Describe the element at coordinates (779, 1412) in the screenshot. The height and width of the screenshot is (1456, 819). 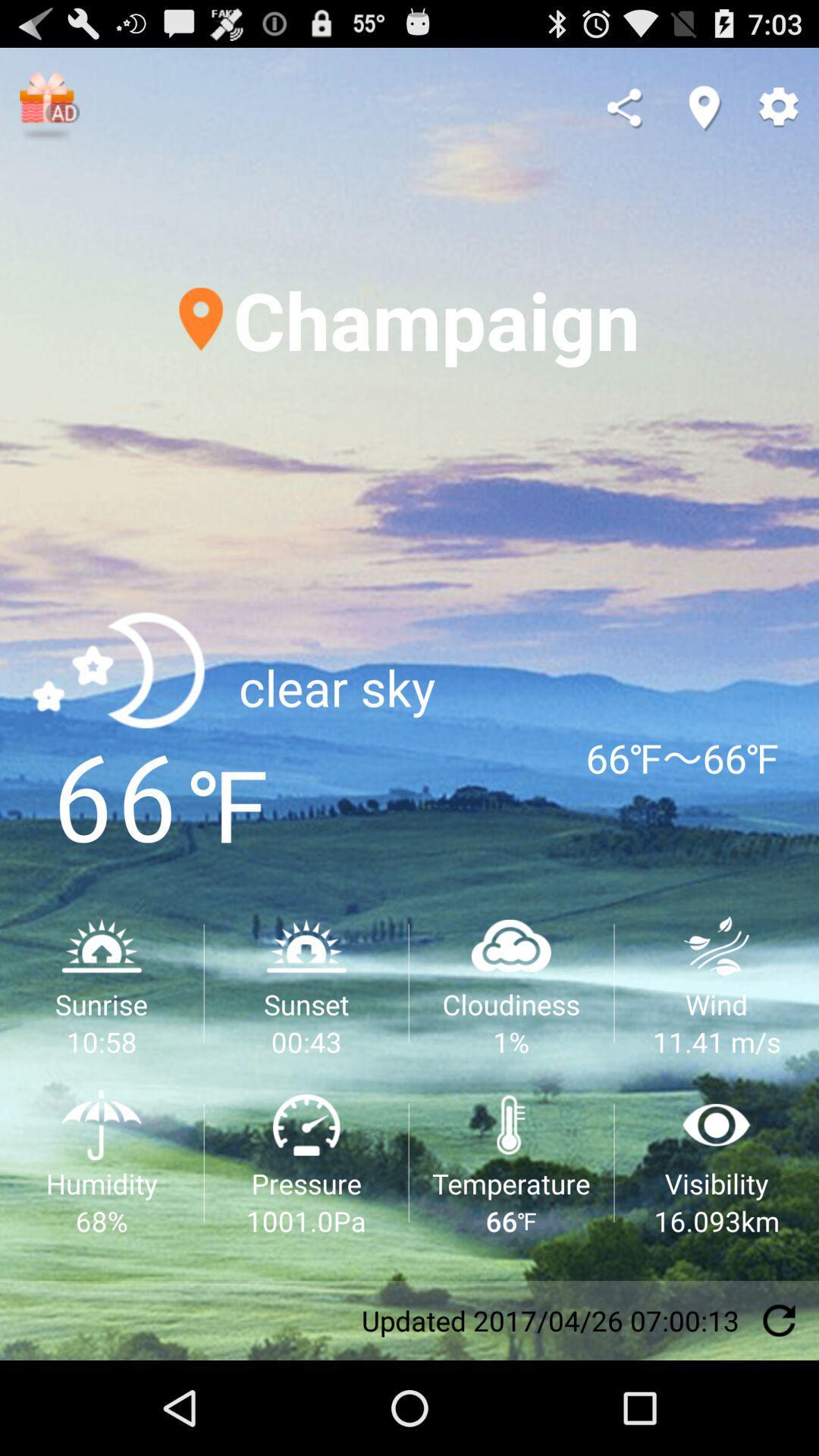
I see `the refresh icon` at that location.